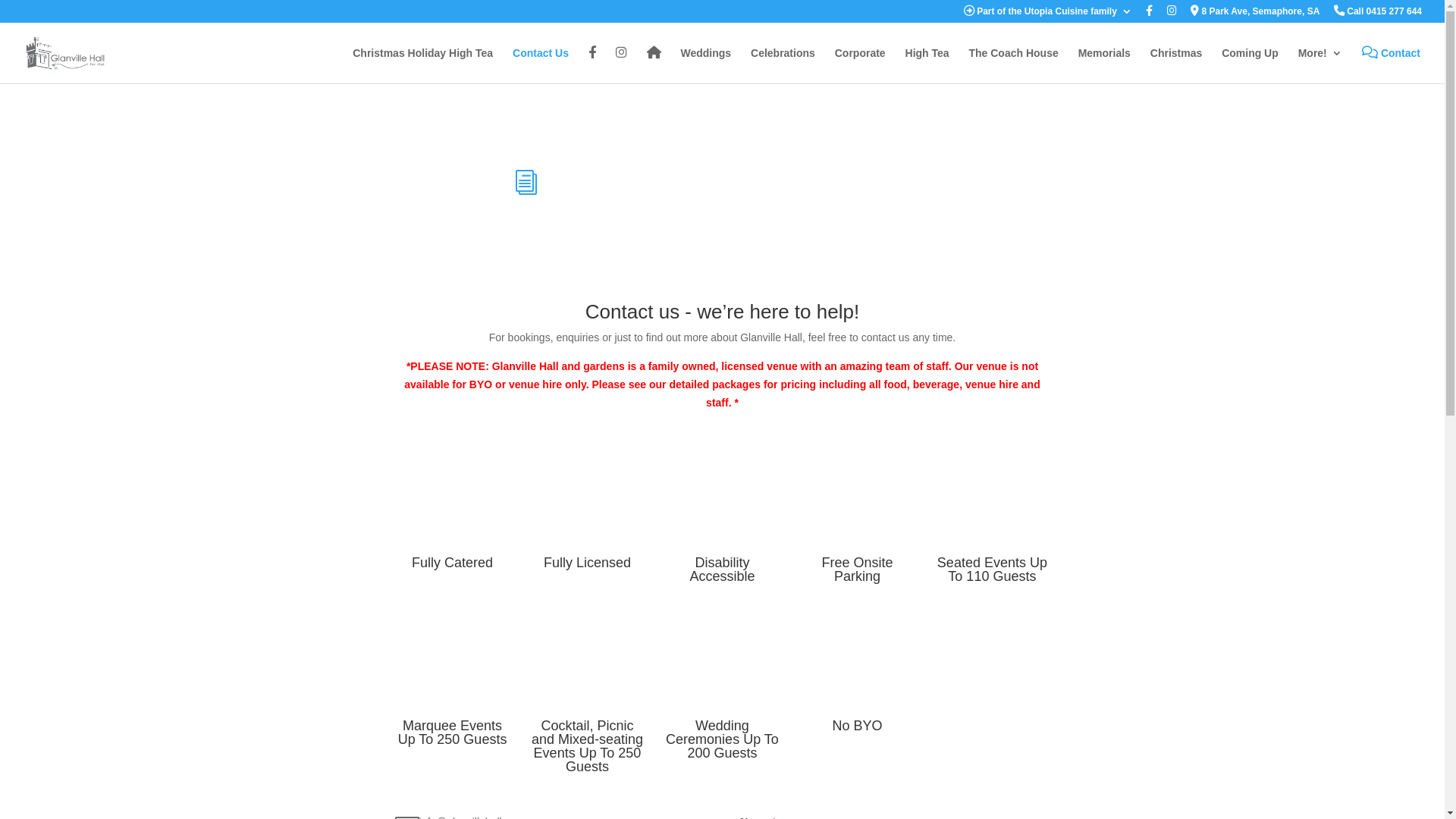 This screenshot has width=1456, height=819. What do you see at coordinates (541, 64) in the screenshot?
I see `'Contact Us'` at bounding box center [541, 64].